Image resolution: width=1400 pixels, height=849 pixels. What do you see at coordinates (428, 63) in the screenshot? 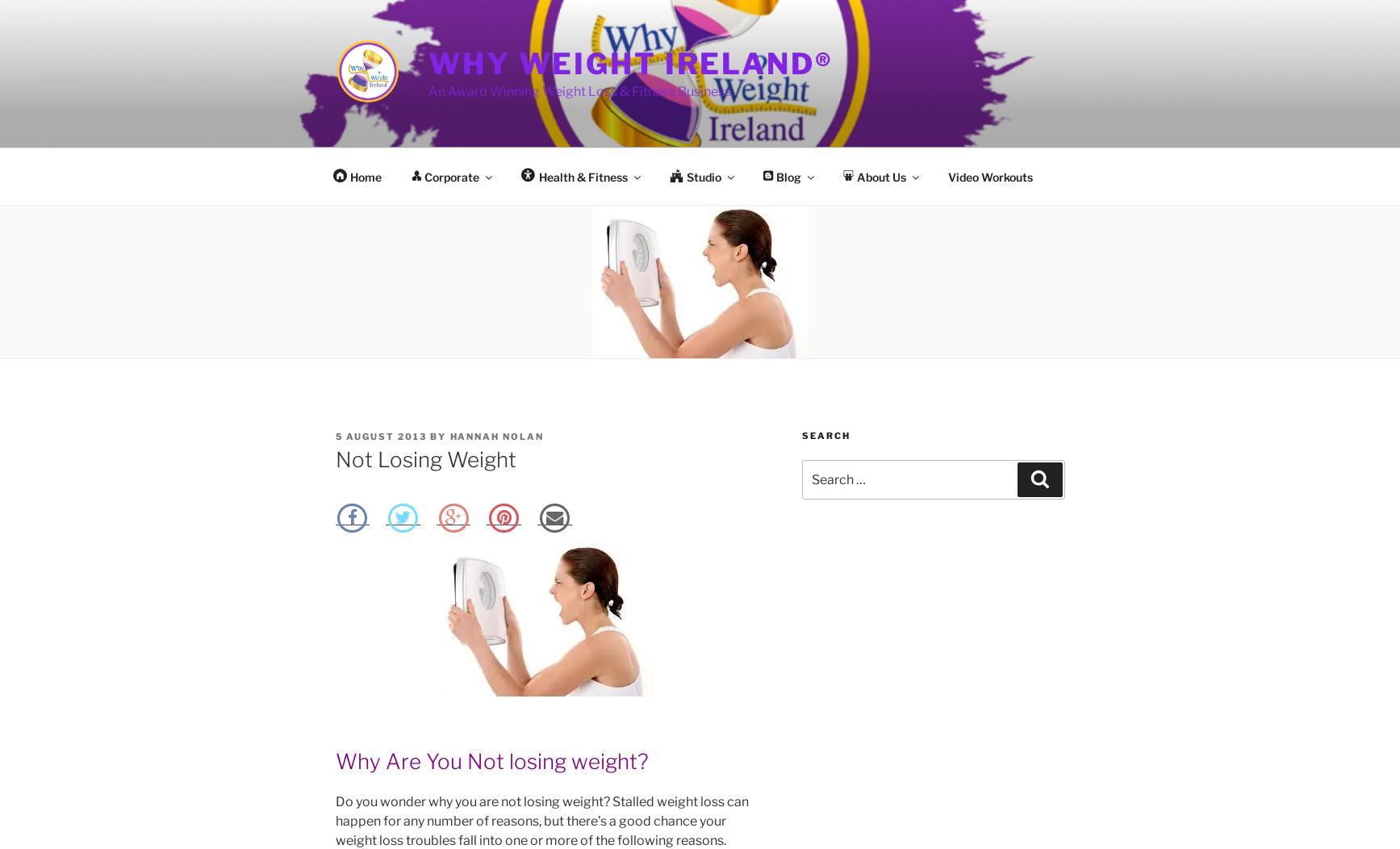
I see `'Why Weight Ireland®'` at bounding box center [428, 63].